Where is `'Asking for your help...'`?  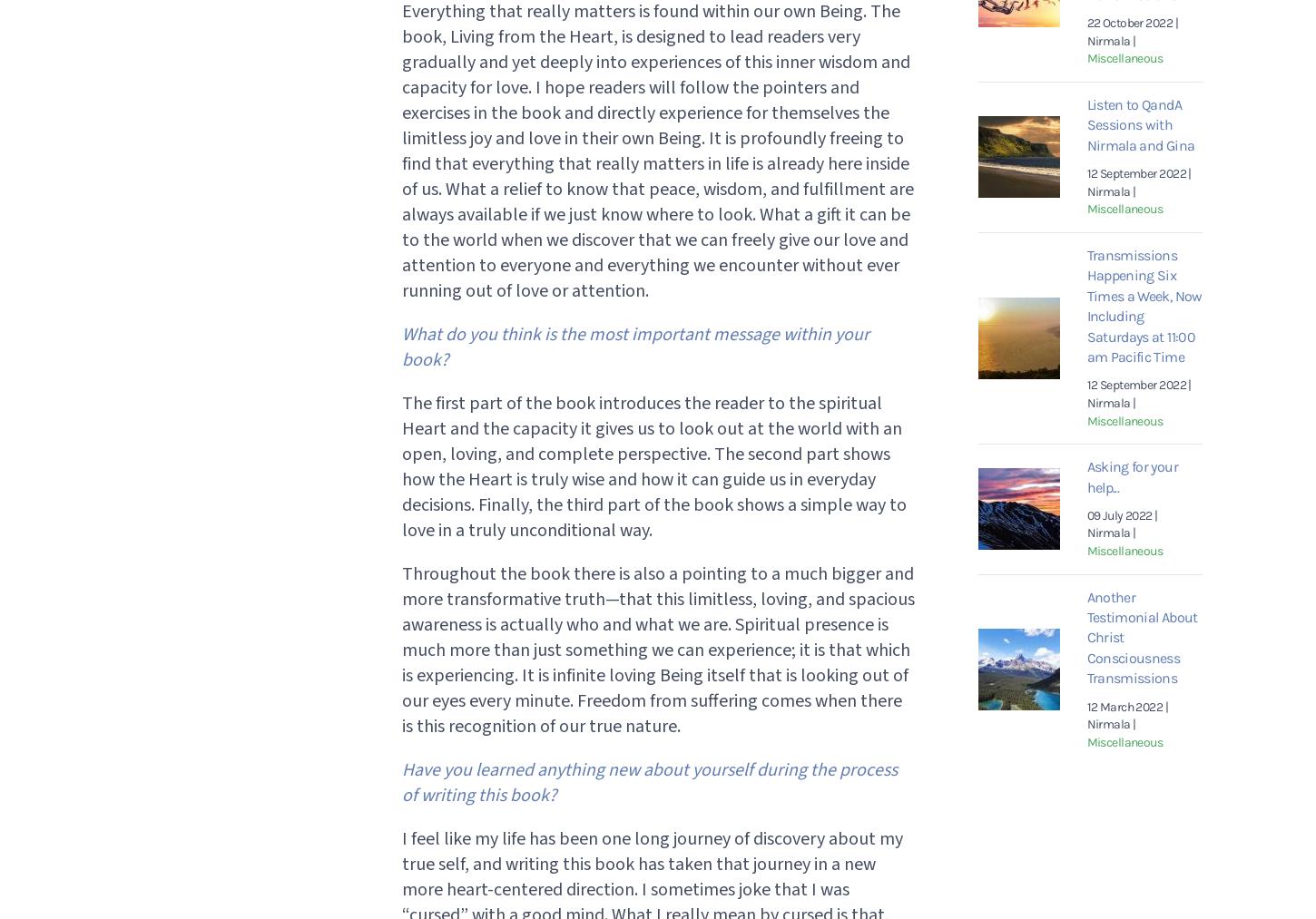
'Asking for your help...' is located at coordinates (1132, 476).